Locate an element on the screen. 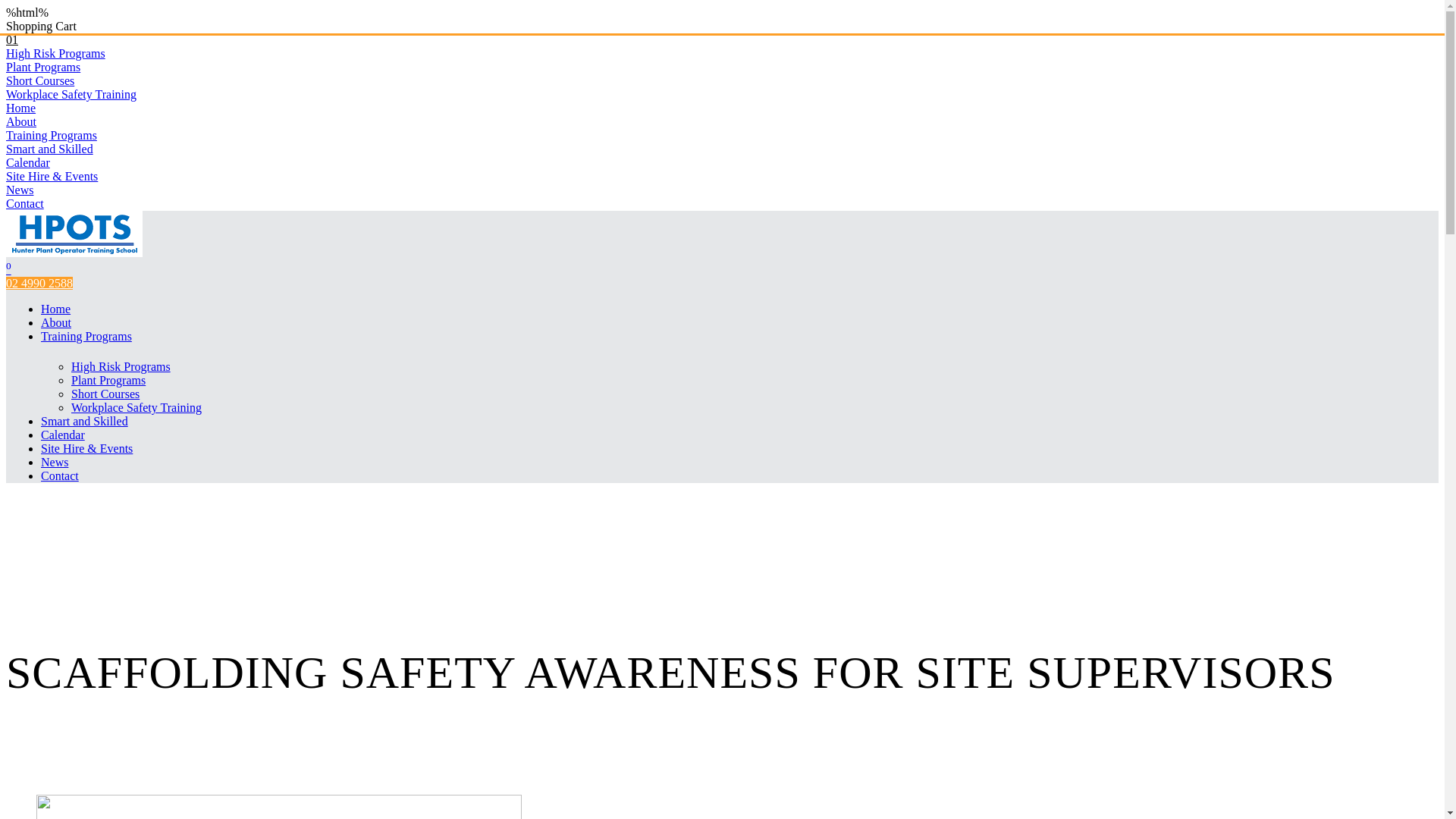 This screenshot has width=1456, height=819. 'Workplace Safety Training' is located at coordinates (71, 94).